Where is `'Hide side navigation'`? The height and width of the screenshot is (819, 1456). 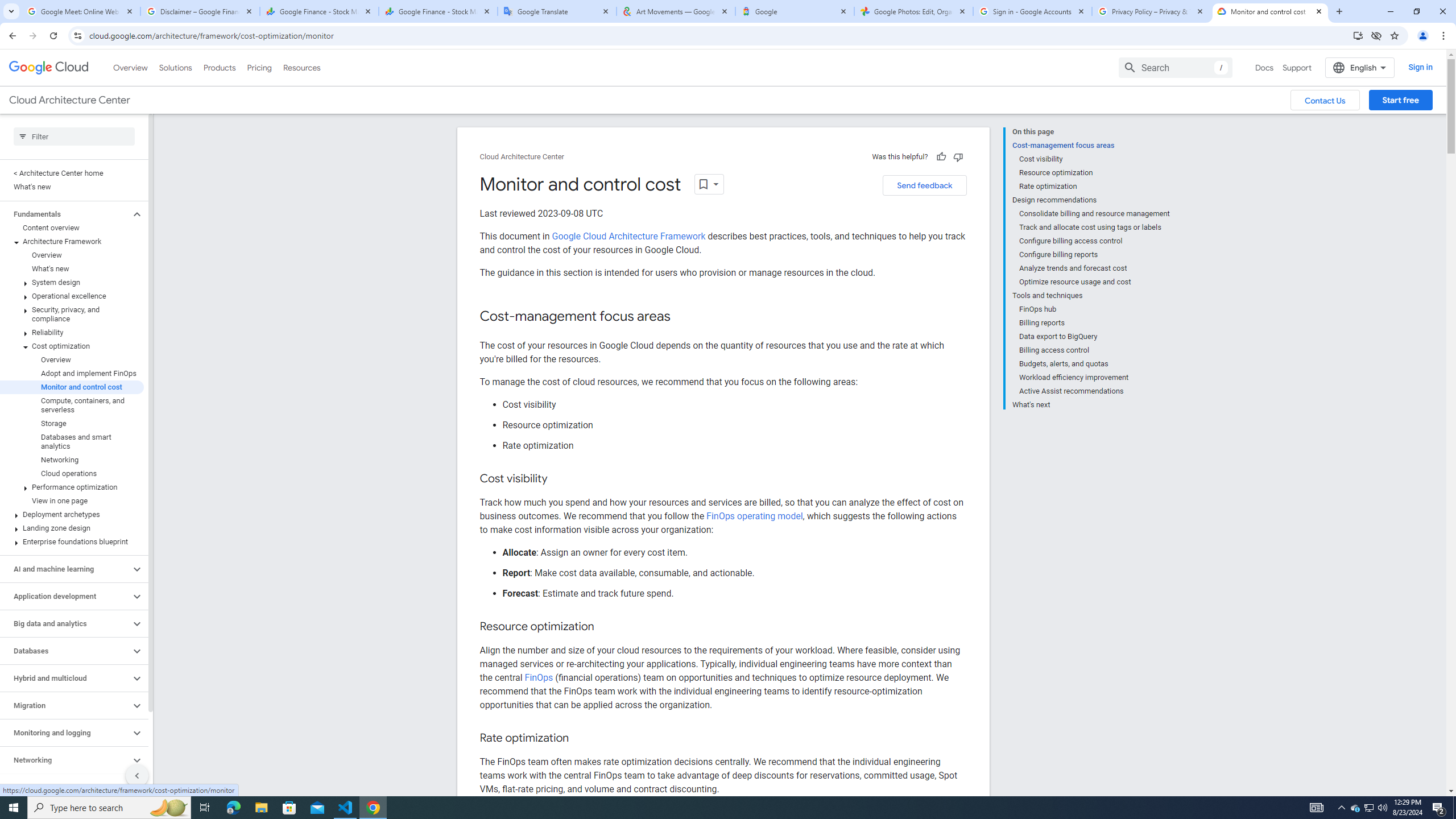
'Hide side navigation' is located at coordinates (136, 775).